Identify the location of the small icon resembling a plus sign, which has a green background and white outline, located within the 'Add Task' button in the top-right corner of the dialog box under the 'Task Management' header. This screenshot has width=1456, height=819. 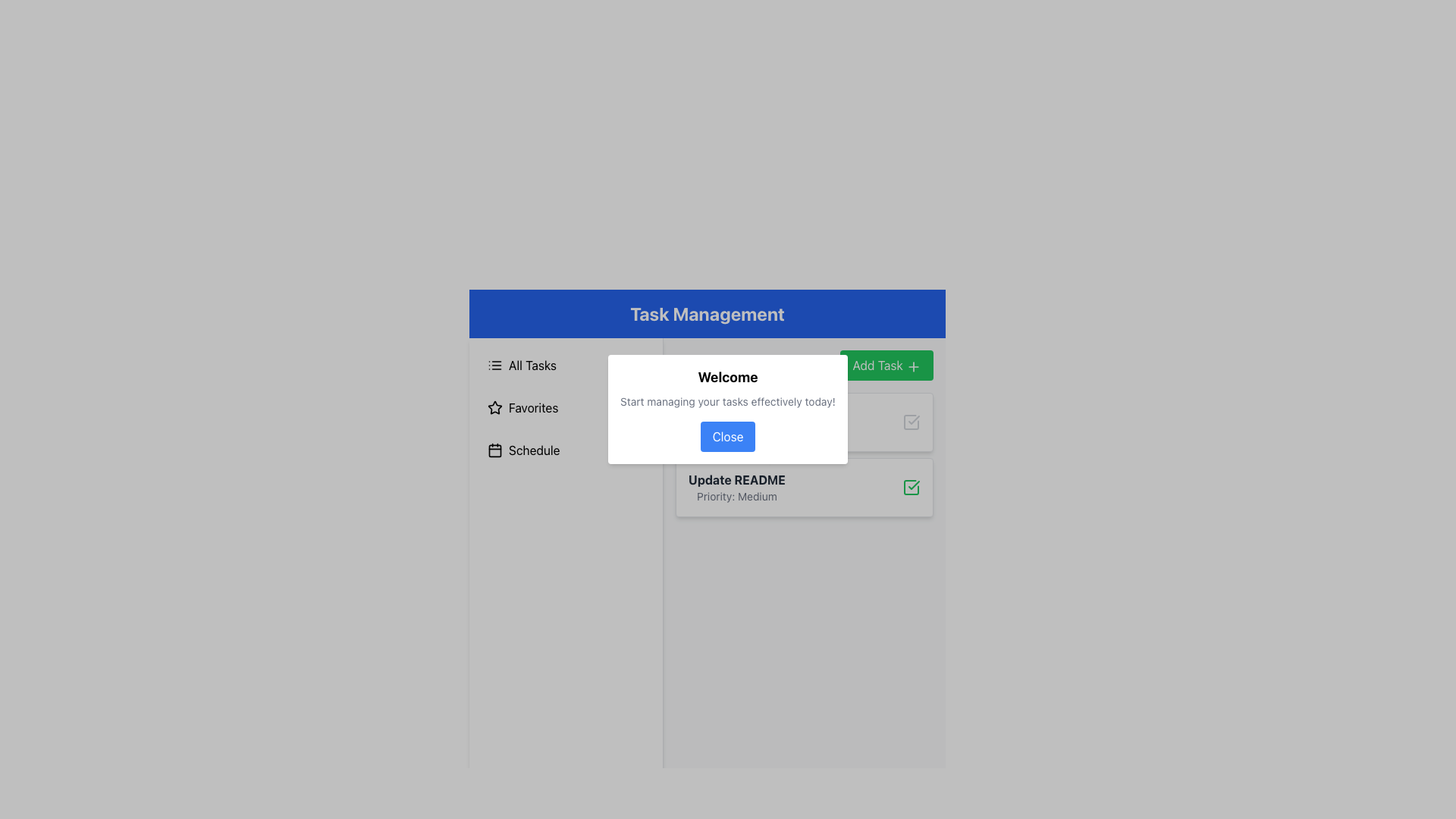
(912, 366).